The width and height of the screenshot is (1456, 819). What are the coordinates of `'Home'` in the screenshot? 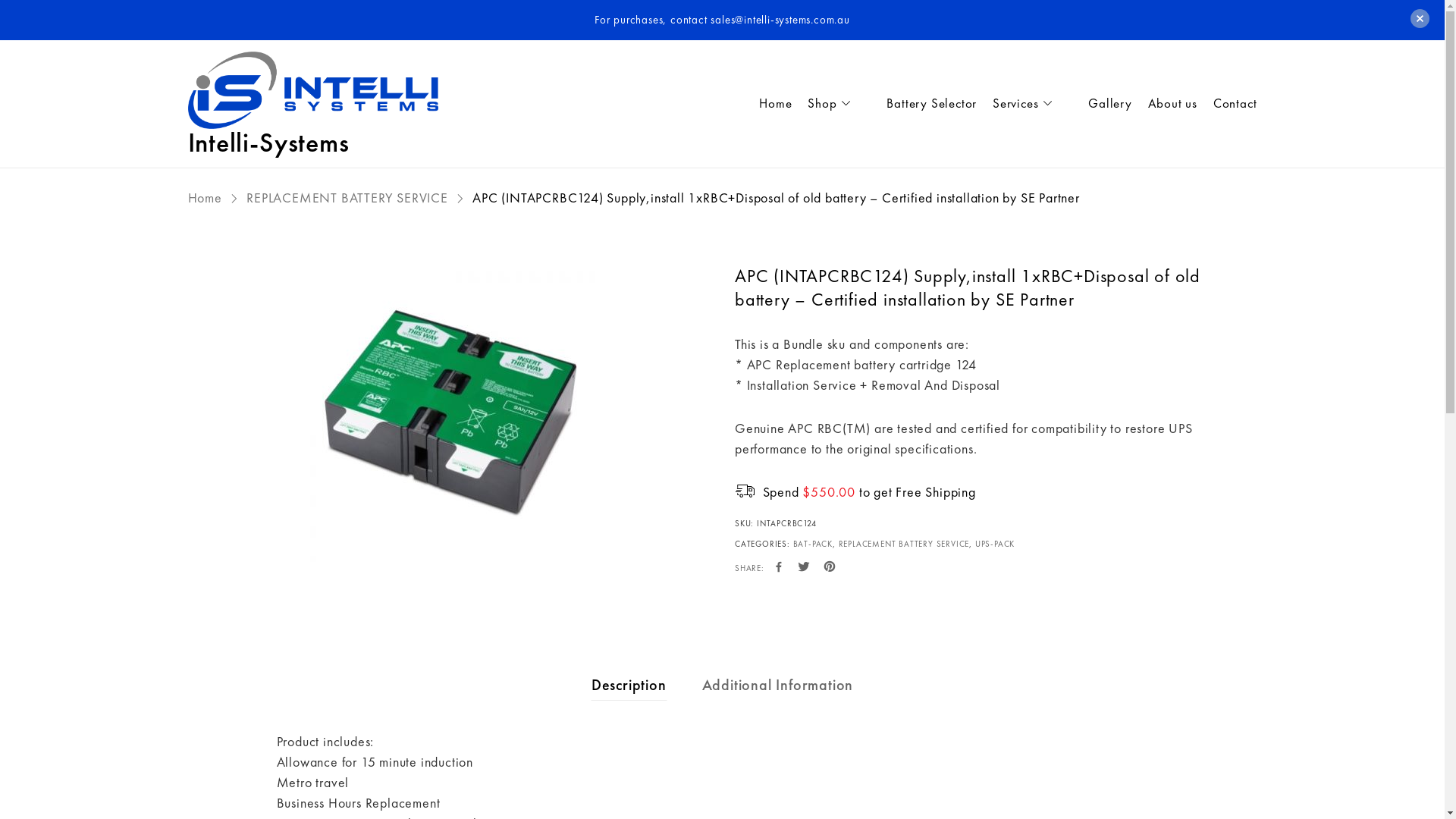 It's located at (767, 103).